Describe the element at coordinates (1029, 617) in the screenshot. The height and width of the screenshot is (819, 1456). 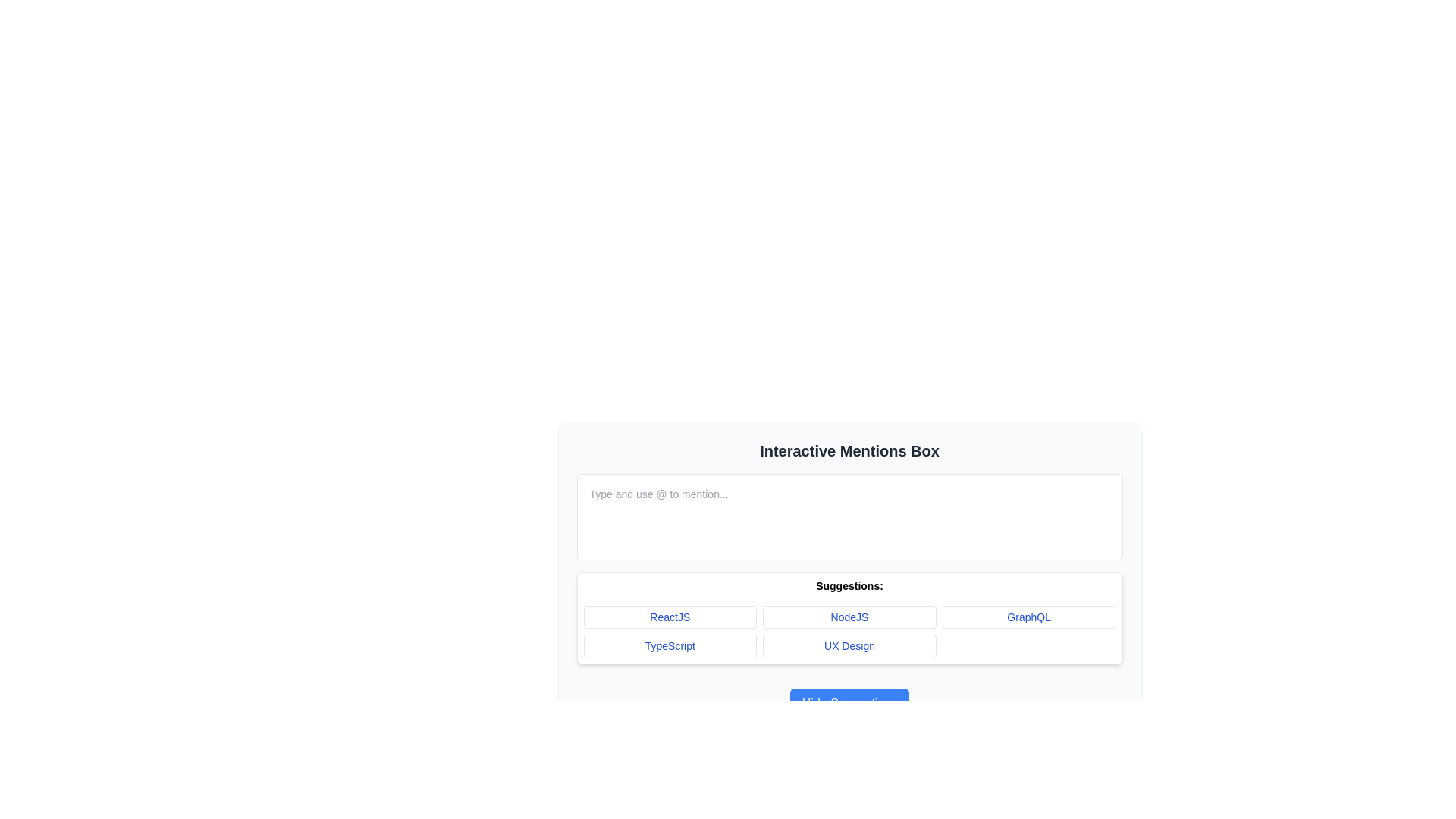
I see `the 'GraphQL' button, which is a rectangular button with a white background and blue text, located under the label 'Suggestions' in the grid layout` at that location.